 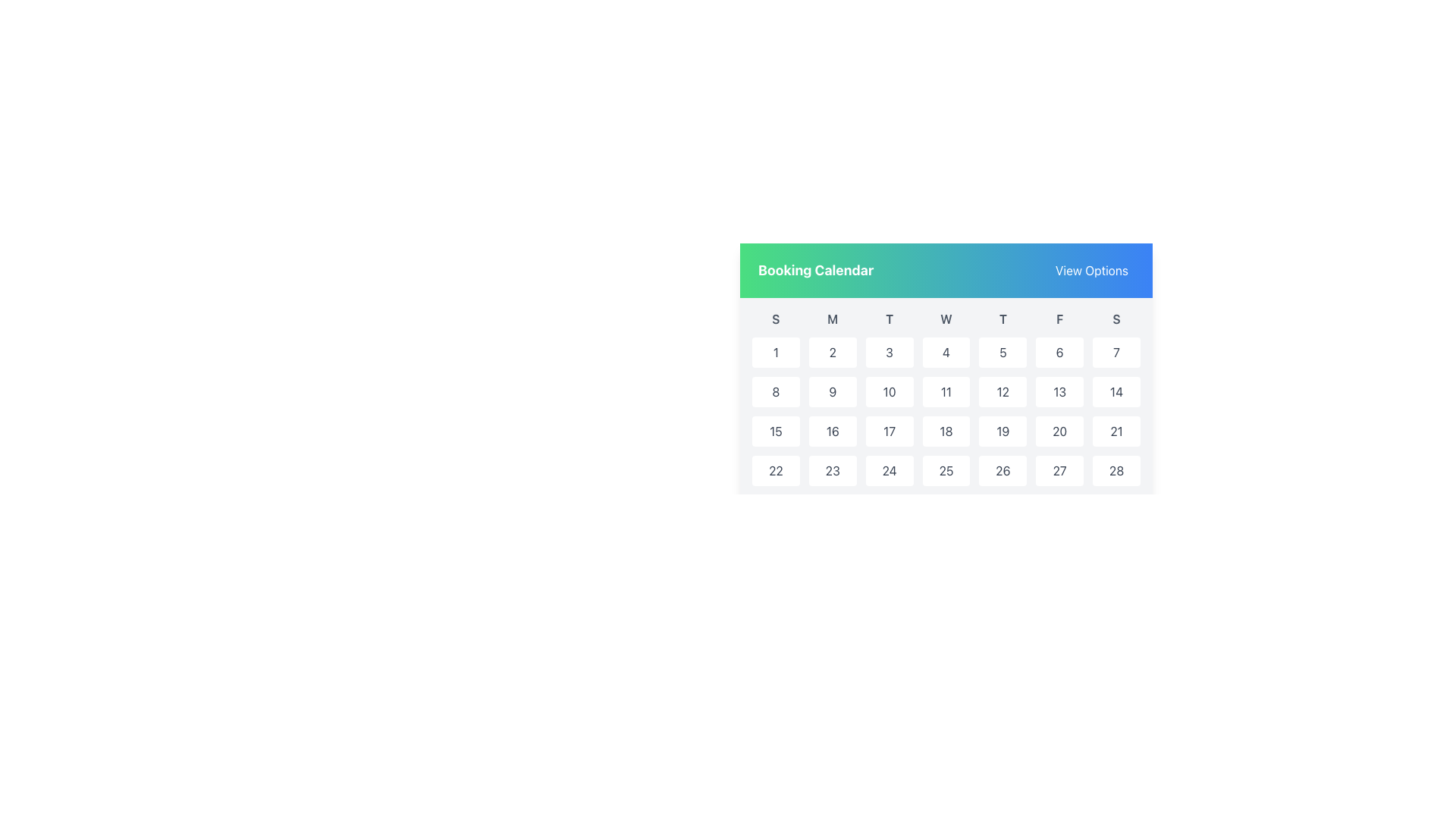 I want to click on the selectable day element in the calendar grid located in the second column and second row, under the 'M' header, so click(x=832, y=353).